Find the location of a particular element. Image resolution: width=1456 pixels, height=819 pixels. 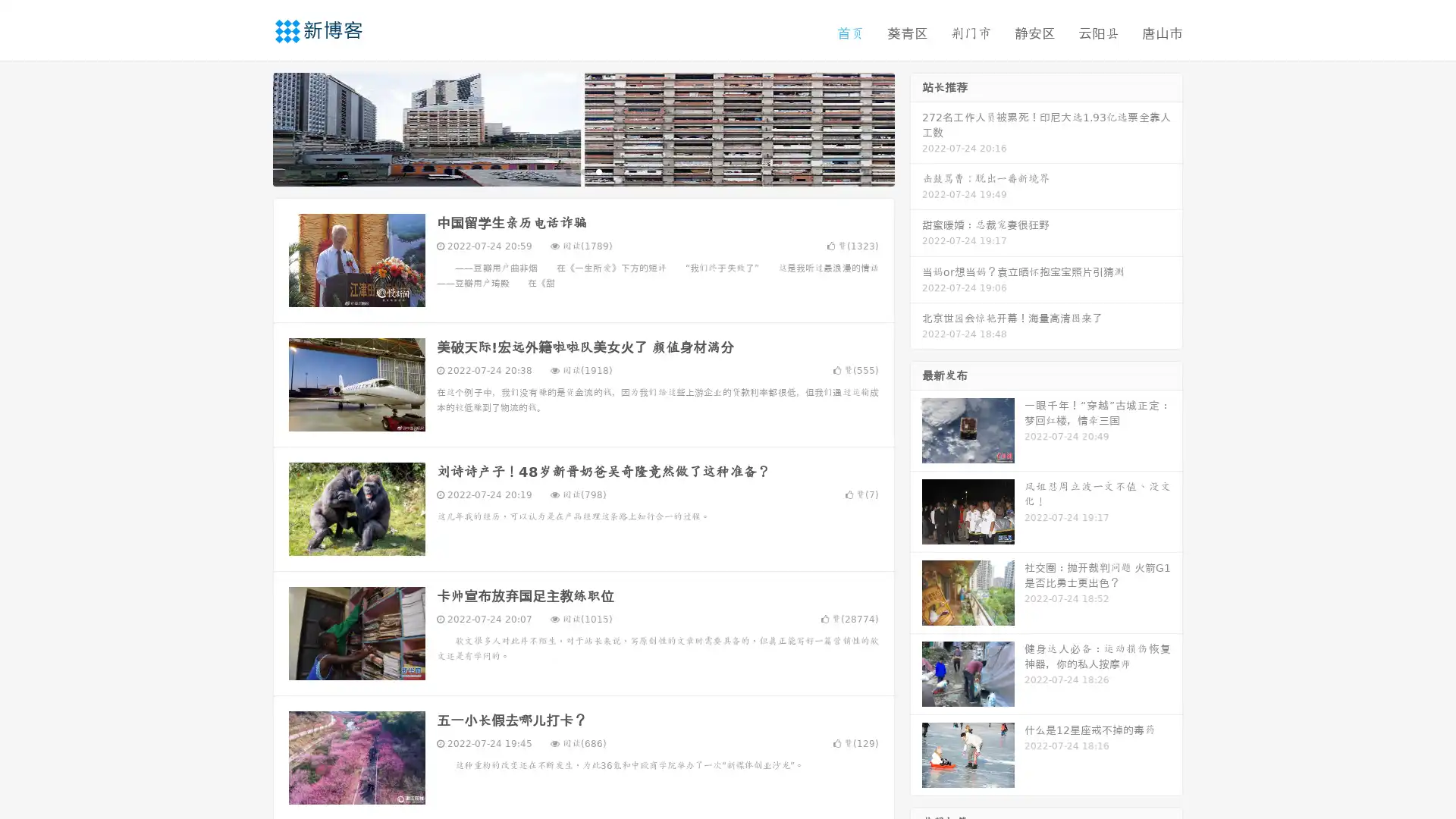

Previous slide is located at coordinates (250, 127).